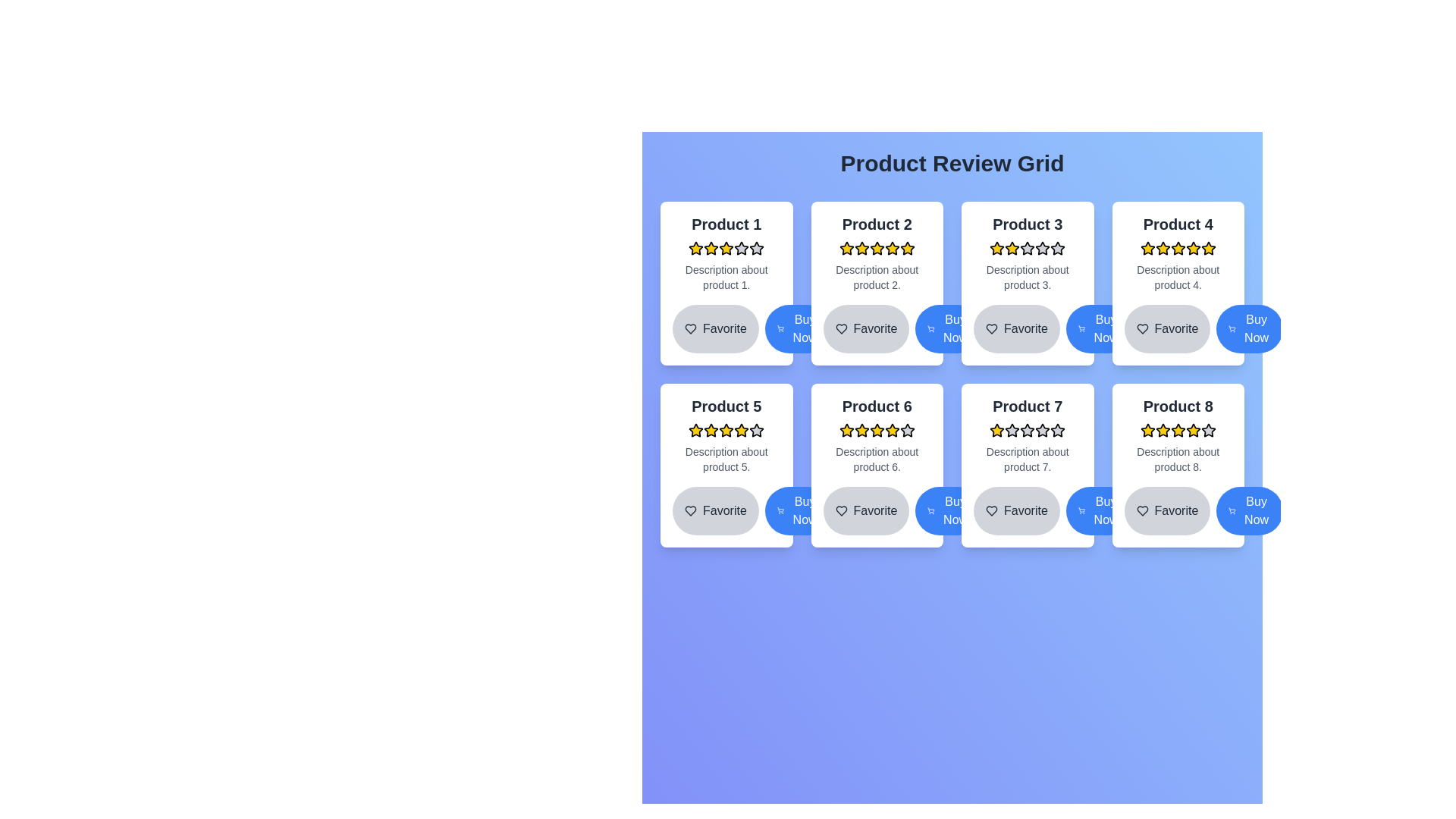 Image resolution: width=1456 pixels, height=819 pixels. What do you see at coordinates (757, 247) in the screenshot?
I see `the fourth star icon with a black border and white interior in the rating section of the 'Product 1' card` at bounding box center [757, 247].